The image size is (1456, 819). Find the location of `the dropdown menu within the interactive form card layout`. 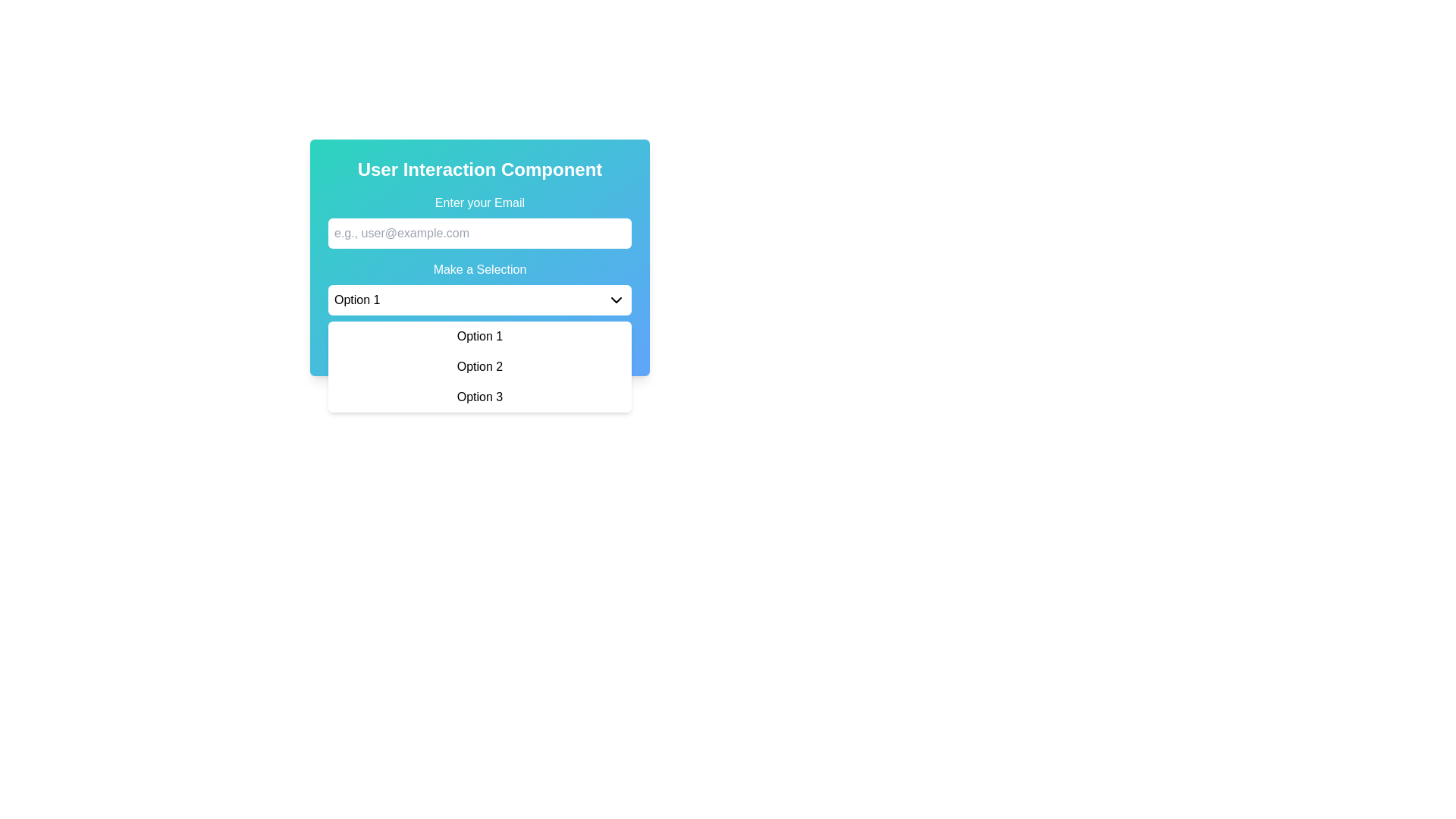

the dropdown menu within the interactive form card layout is located at coordinates (479, 256).